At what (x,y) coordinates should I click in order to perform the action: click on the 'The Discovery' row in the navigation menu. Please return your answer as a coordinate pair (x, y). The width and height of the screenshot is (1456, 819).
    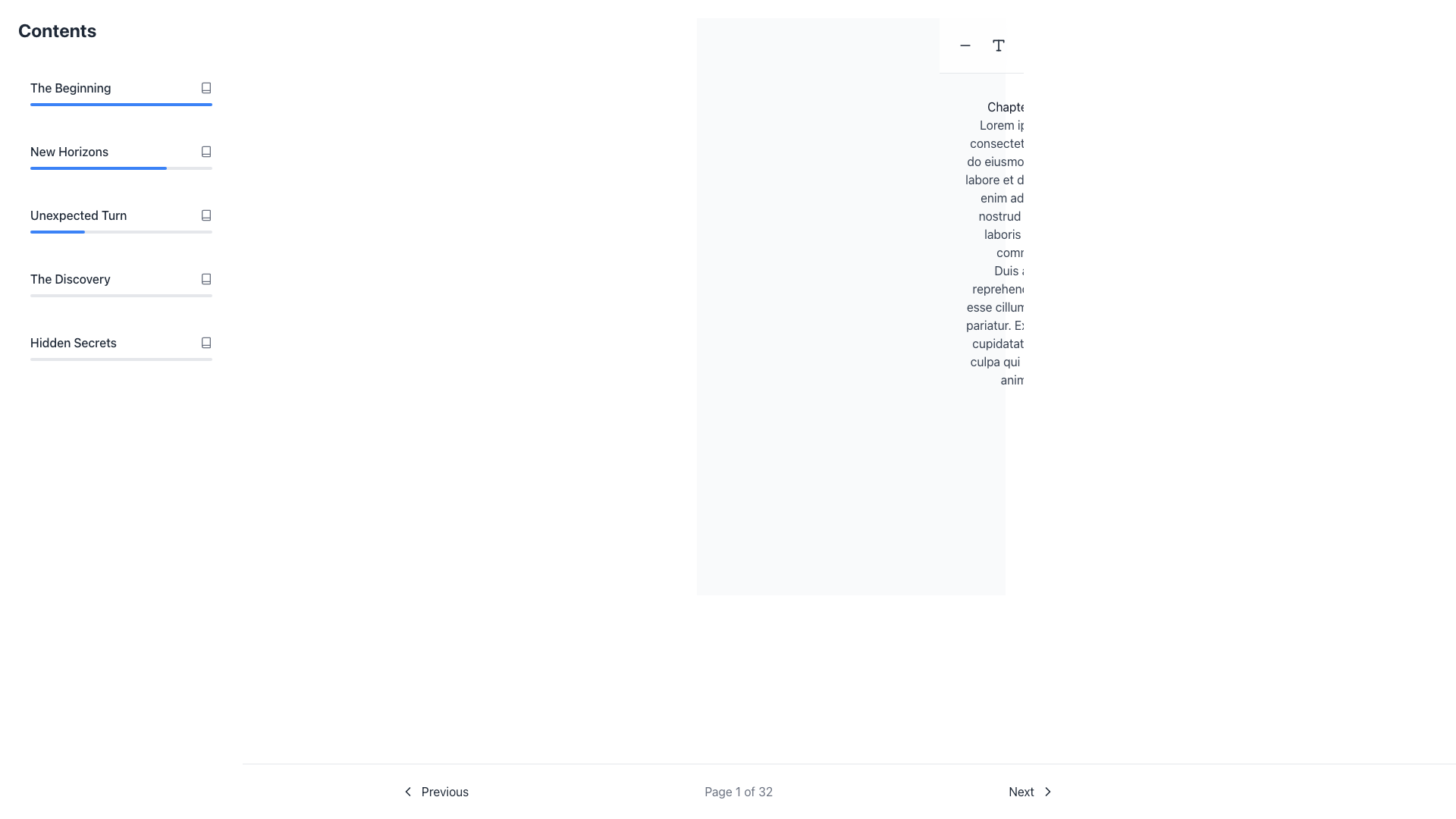
    Looking at the image, I should click on (120, 278).